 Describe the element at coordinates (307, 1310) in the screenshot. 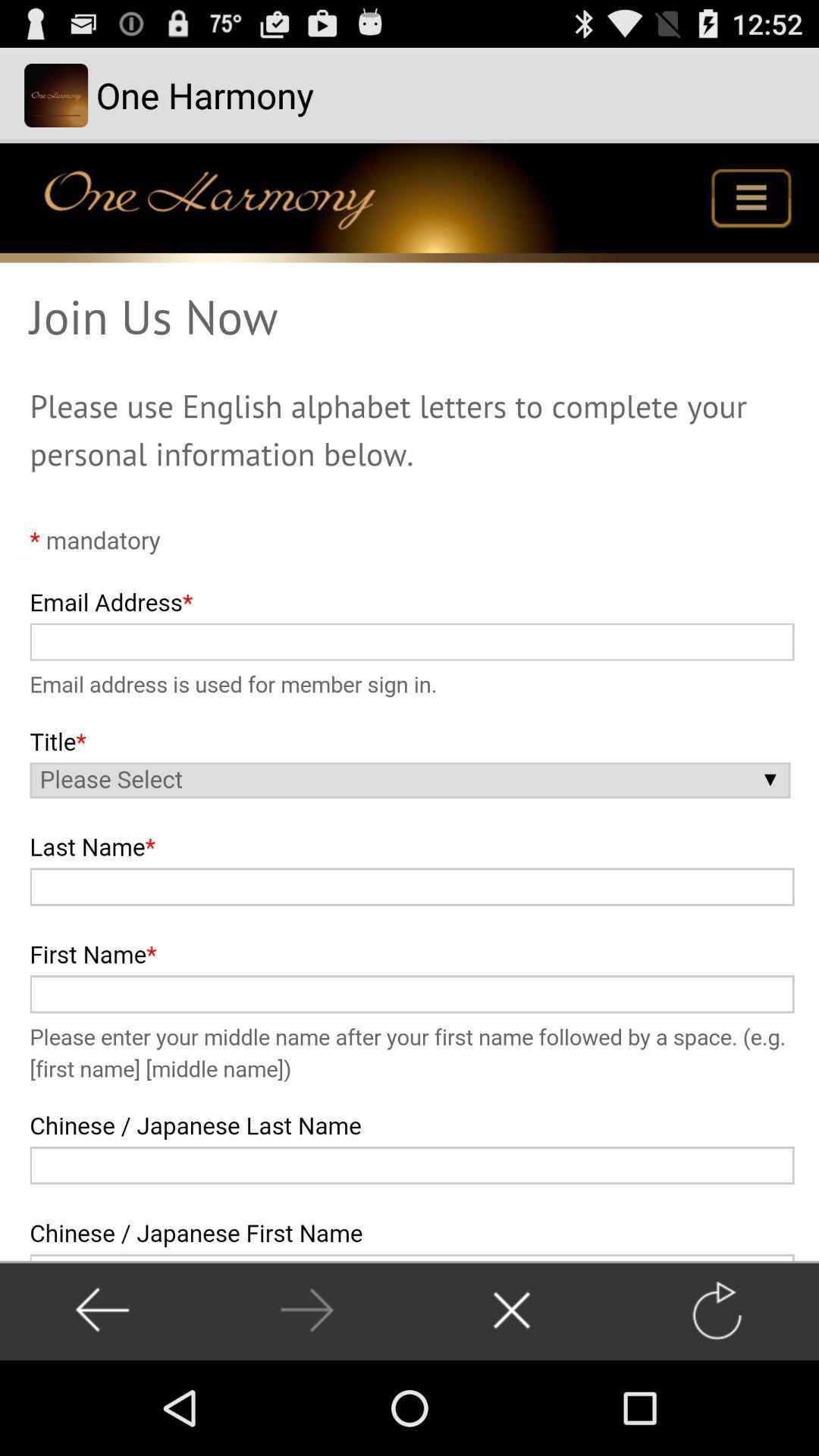

I see `go forward` at that location.